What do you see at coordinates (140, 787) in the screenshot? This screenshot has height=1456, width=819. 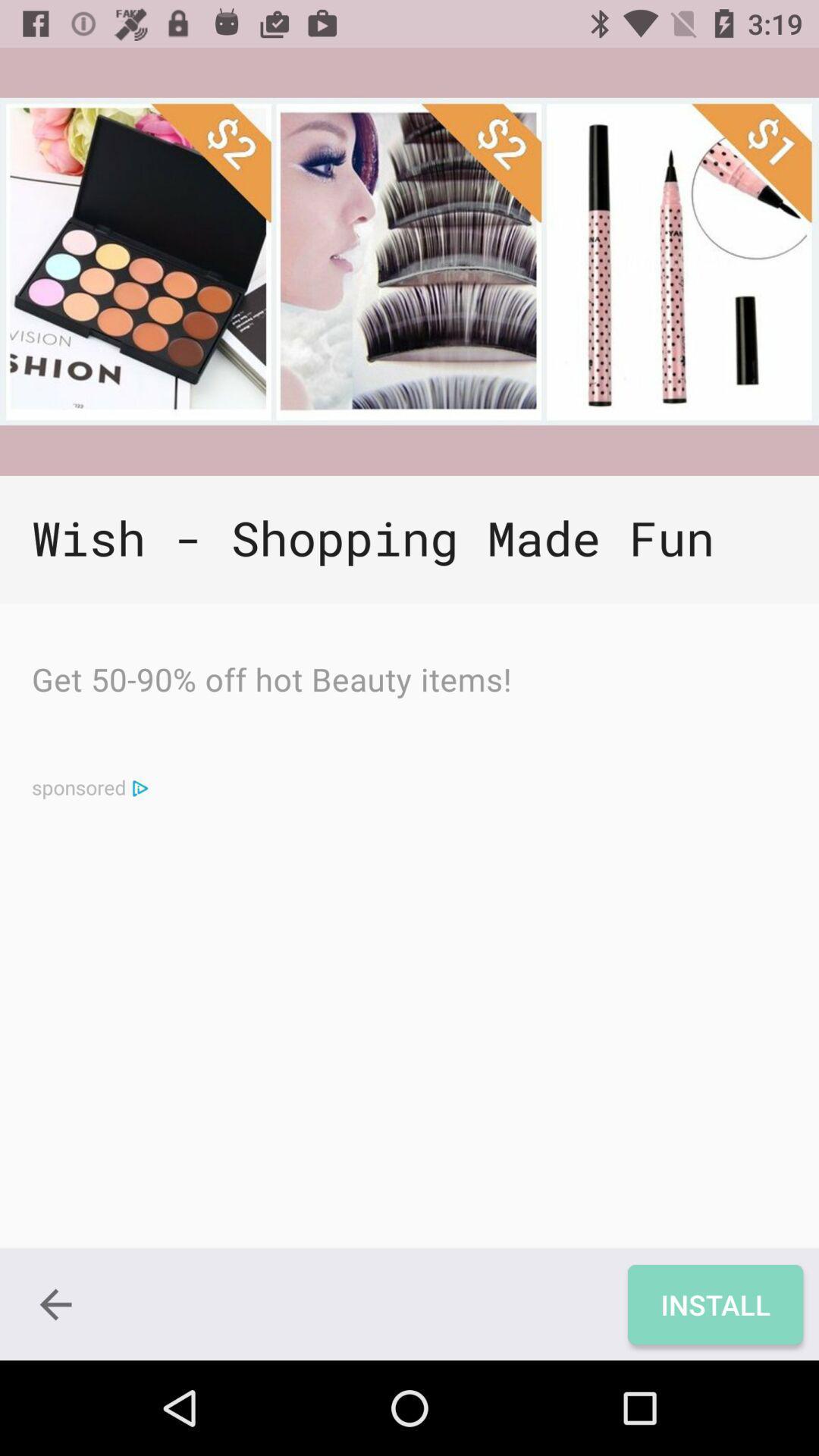 I see `item to the right of the sponsored` at bounding box center [140, 787].